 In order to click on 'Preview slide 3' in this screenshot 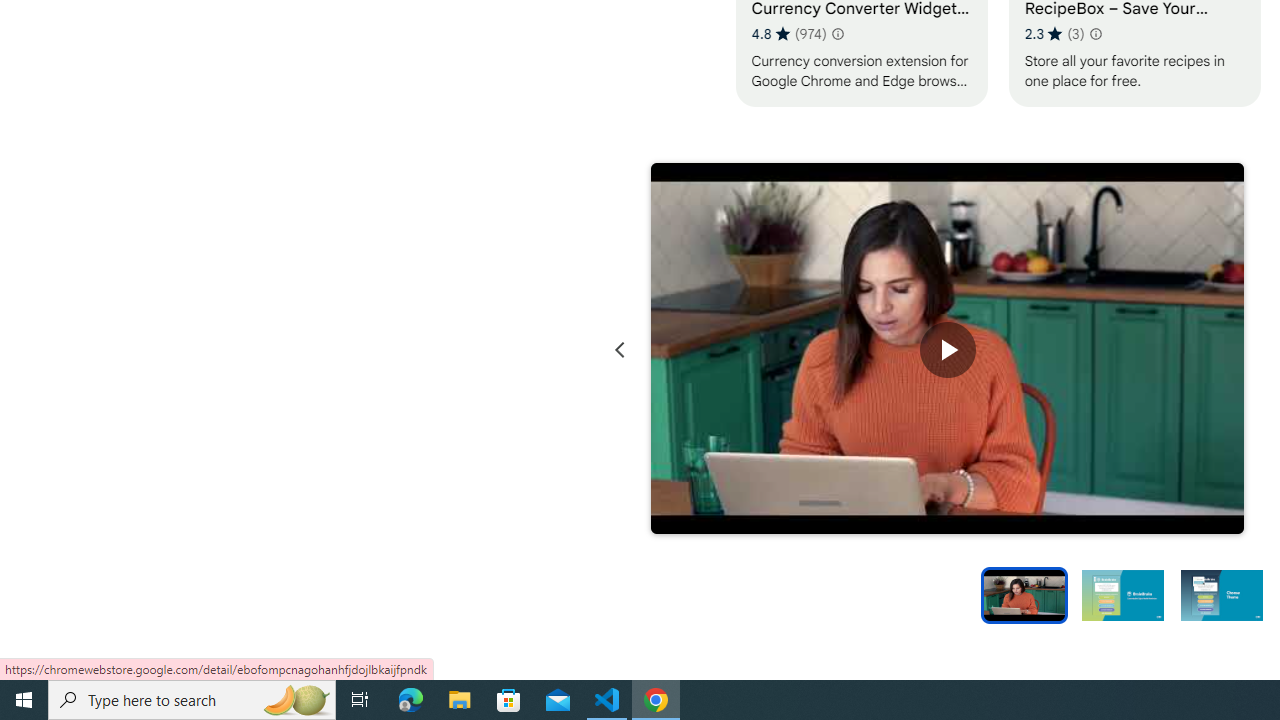, I will do `click(1221, 593)`.